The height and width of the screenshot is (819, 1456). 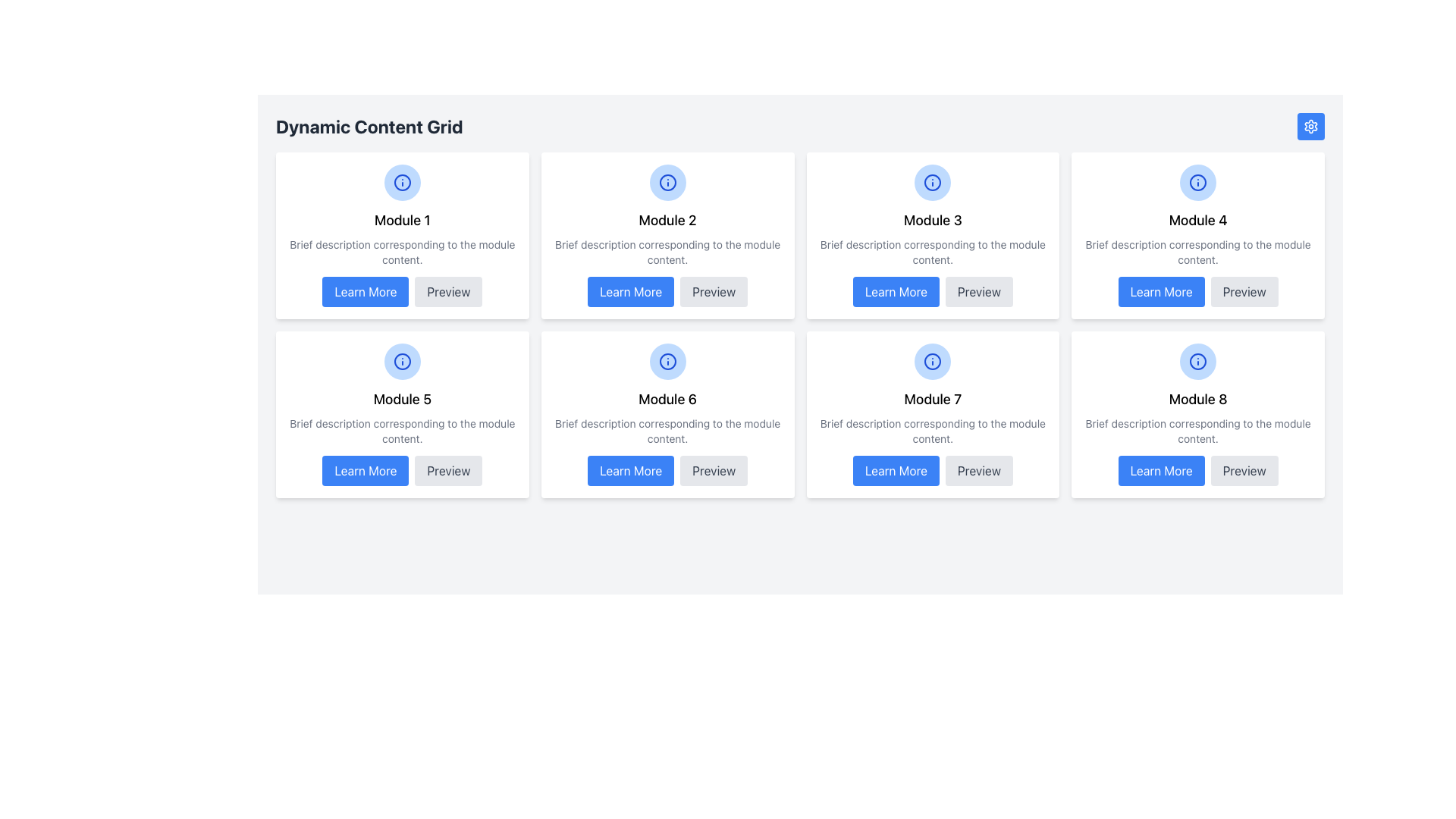 I want to click on the circular blue informational icon with a darker blue 'i' character located in the top-left module card of the grid layout (Module 1), so click(x=402, y=181).